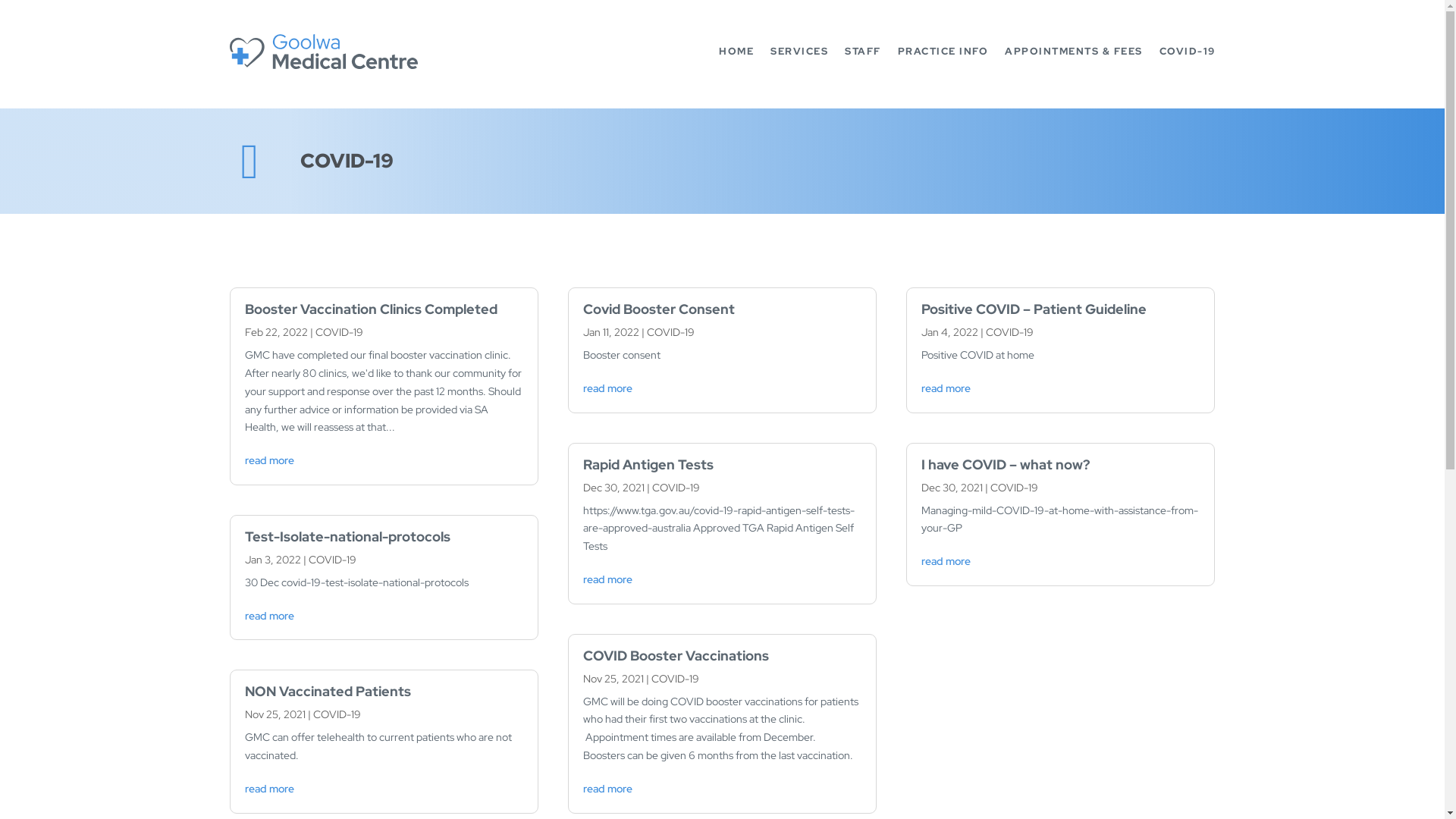 The height and width of the screenshot is (819, 1456). Describe the element at coordinates (648, 463) in the screenshot. I see `'Rapid Antigen Tests'` at that location.